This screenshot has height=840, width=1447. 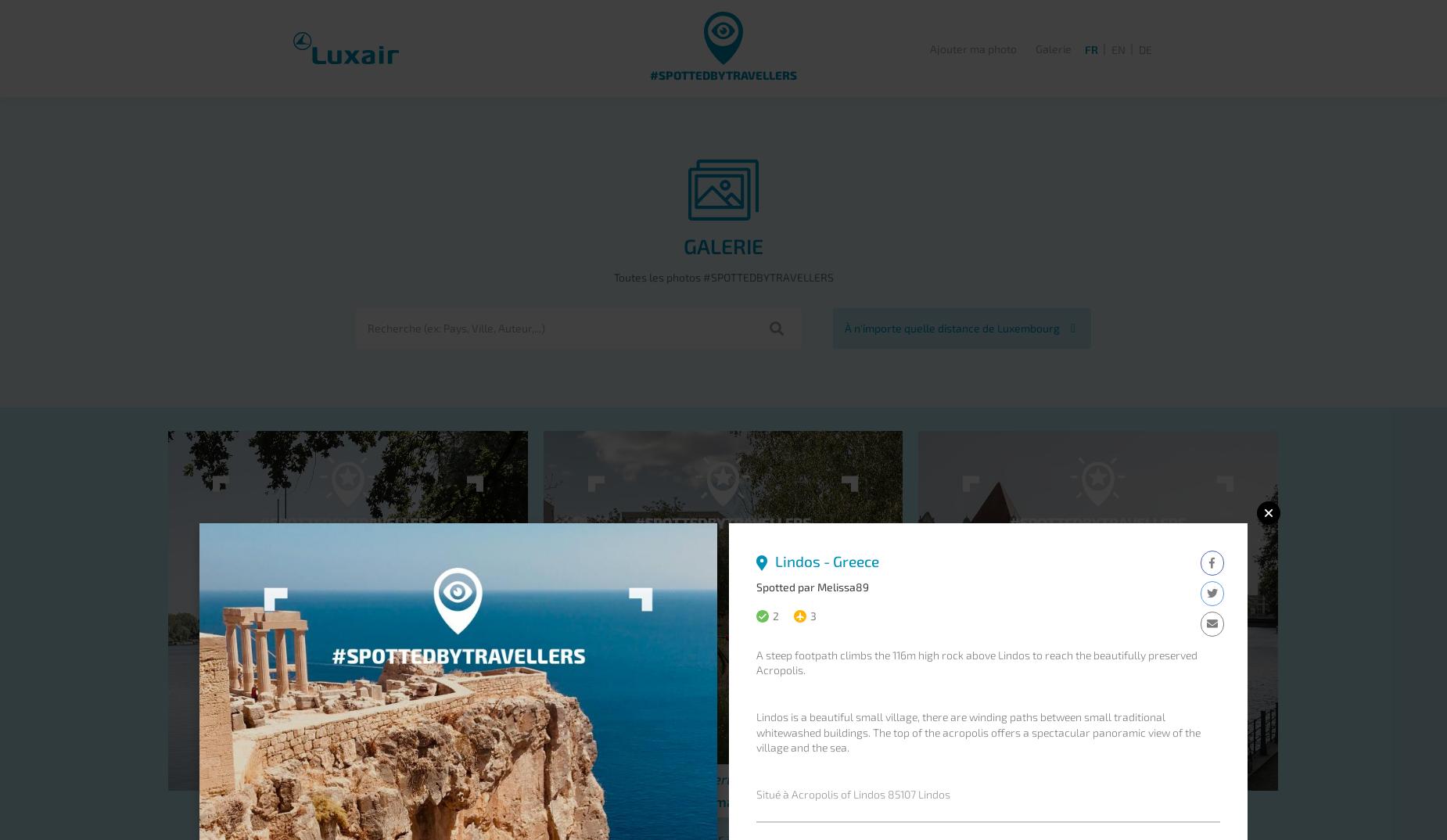 What do you see at coordinates (770, 614) in the screenshot?
I see `'2'` at bounding box center [770, 614].